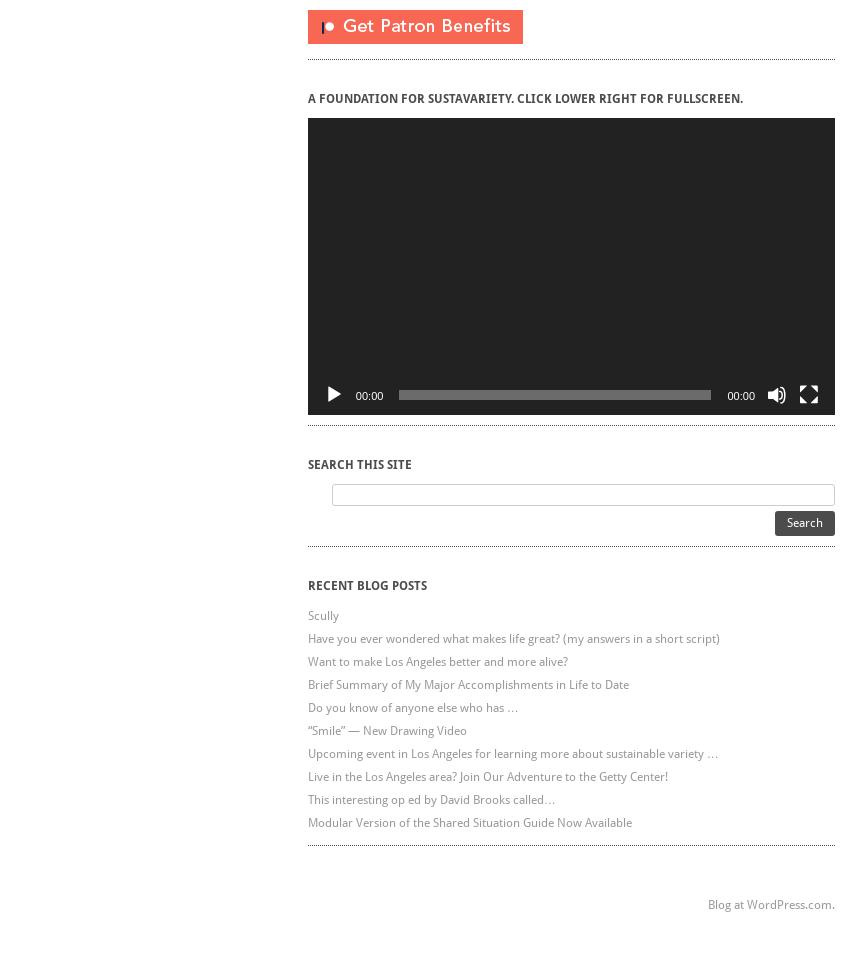  What do you see at coordinates (486, 775) in the screenshot?
I see `'Live in the Los Angeles area? Join Our Adventure to the Getty Center!'` at bounding box center [486, 775].